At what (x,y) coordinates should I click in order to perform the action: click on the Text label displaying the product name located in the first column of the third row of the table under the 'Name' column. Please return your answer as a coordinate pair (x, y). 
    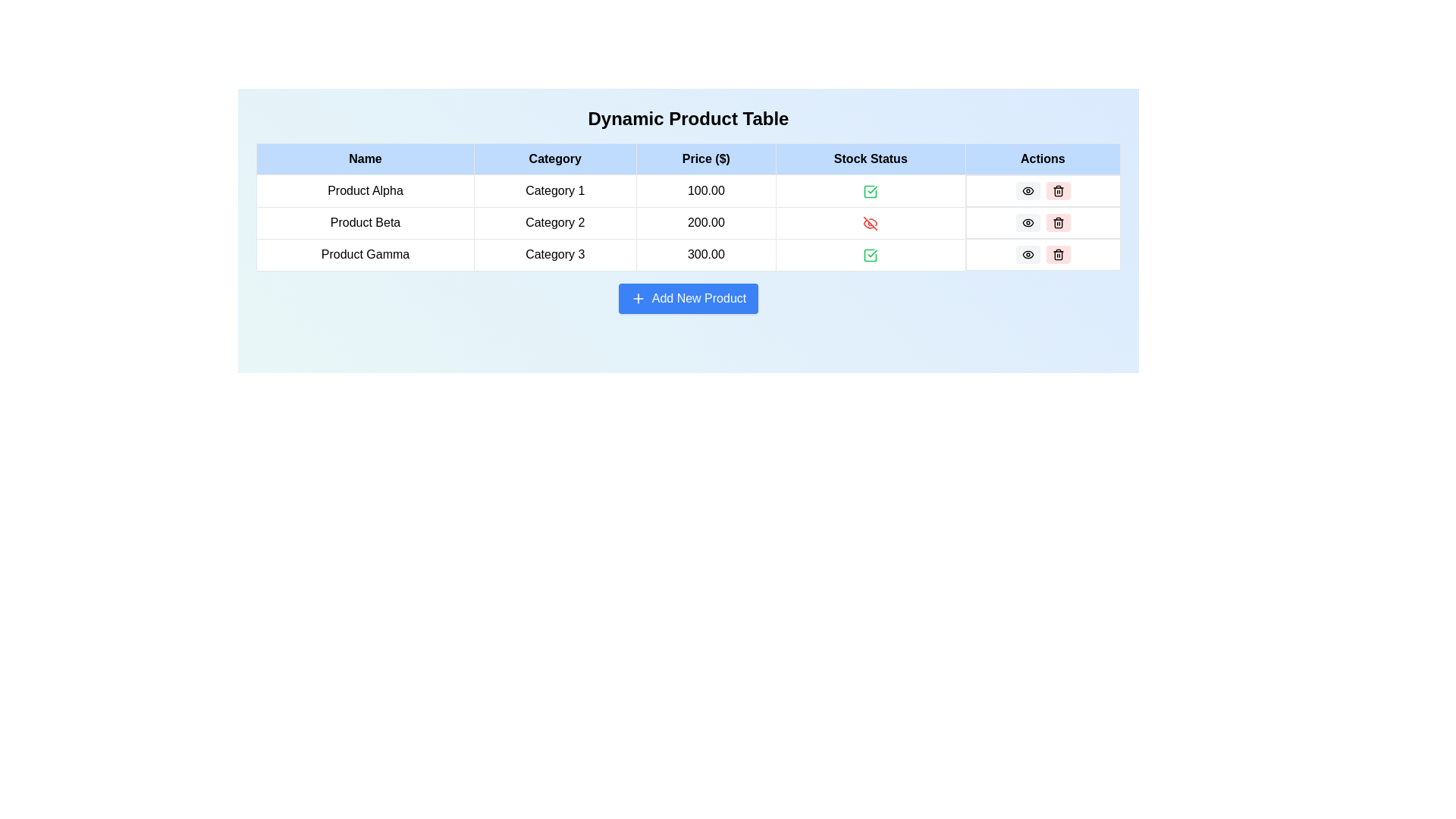
    Looking at the image, I should click on (365, 253).